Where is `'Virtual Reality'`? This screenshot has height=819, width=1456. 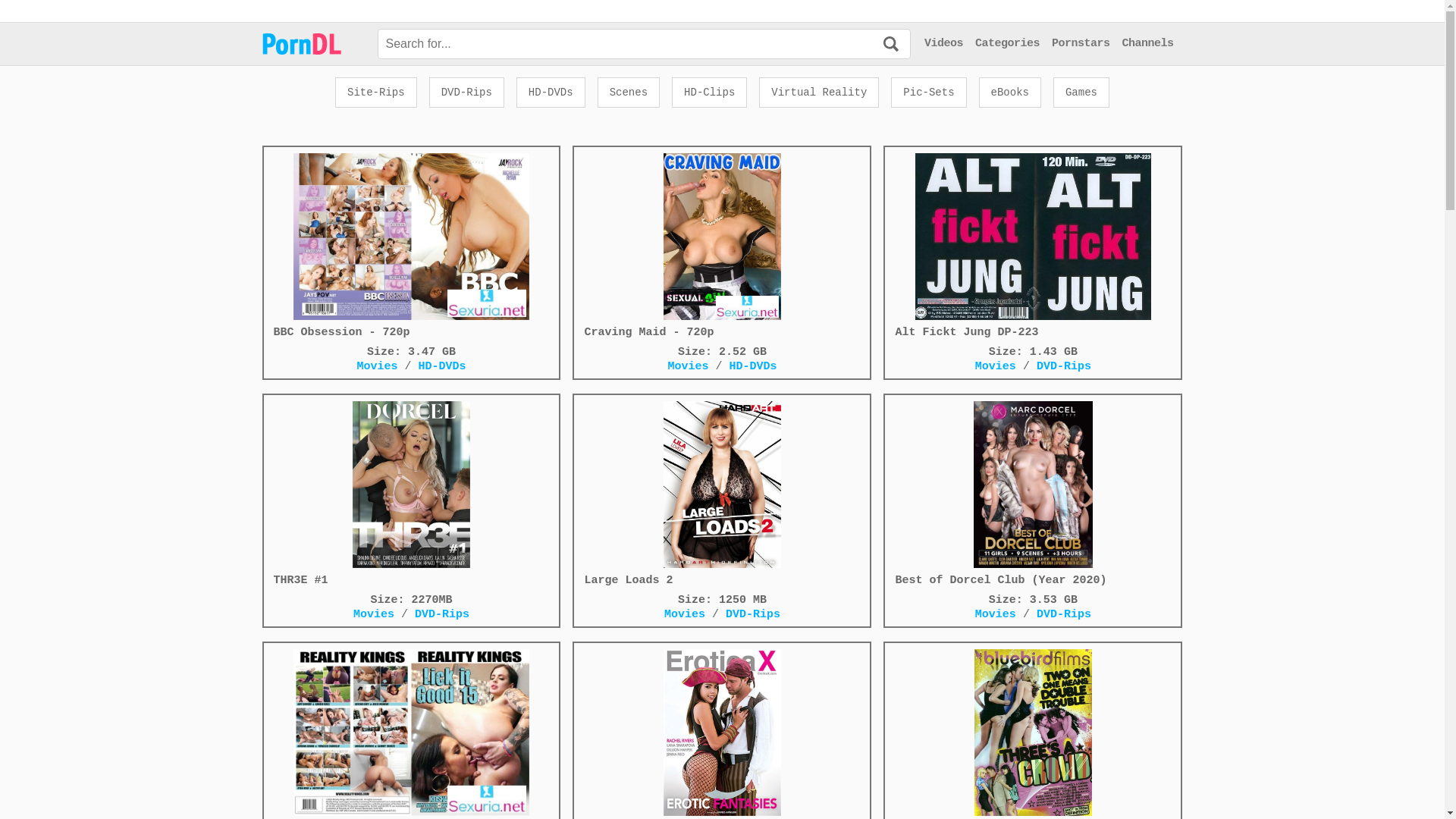
'Virtual Reality' is located at coordinates (818, 93).